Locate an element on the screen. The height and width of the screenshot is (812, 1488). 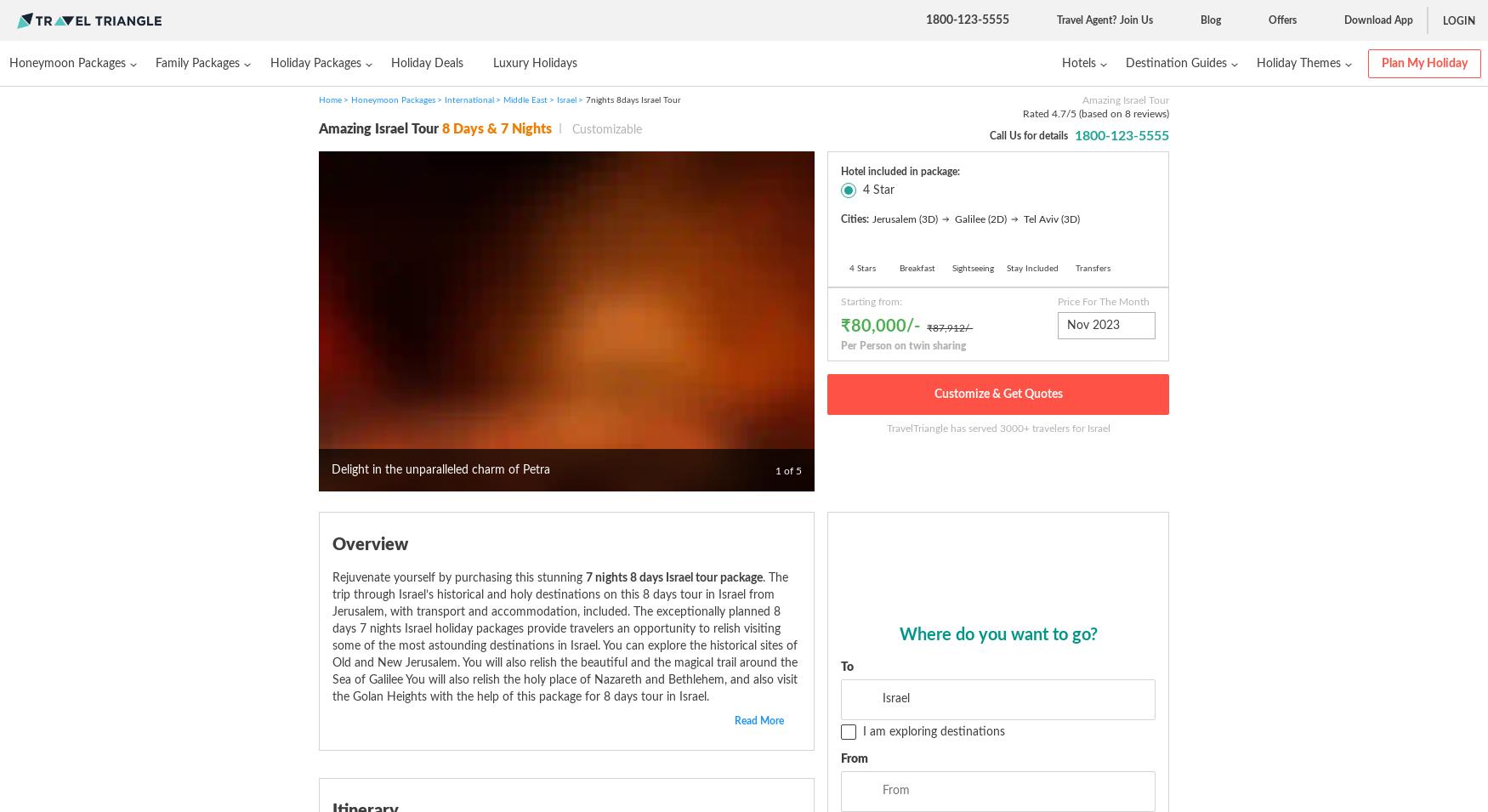
'1800-123-5555' is located at coordinates (926, 19).